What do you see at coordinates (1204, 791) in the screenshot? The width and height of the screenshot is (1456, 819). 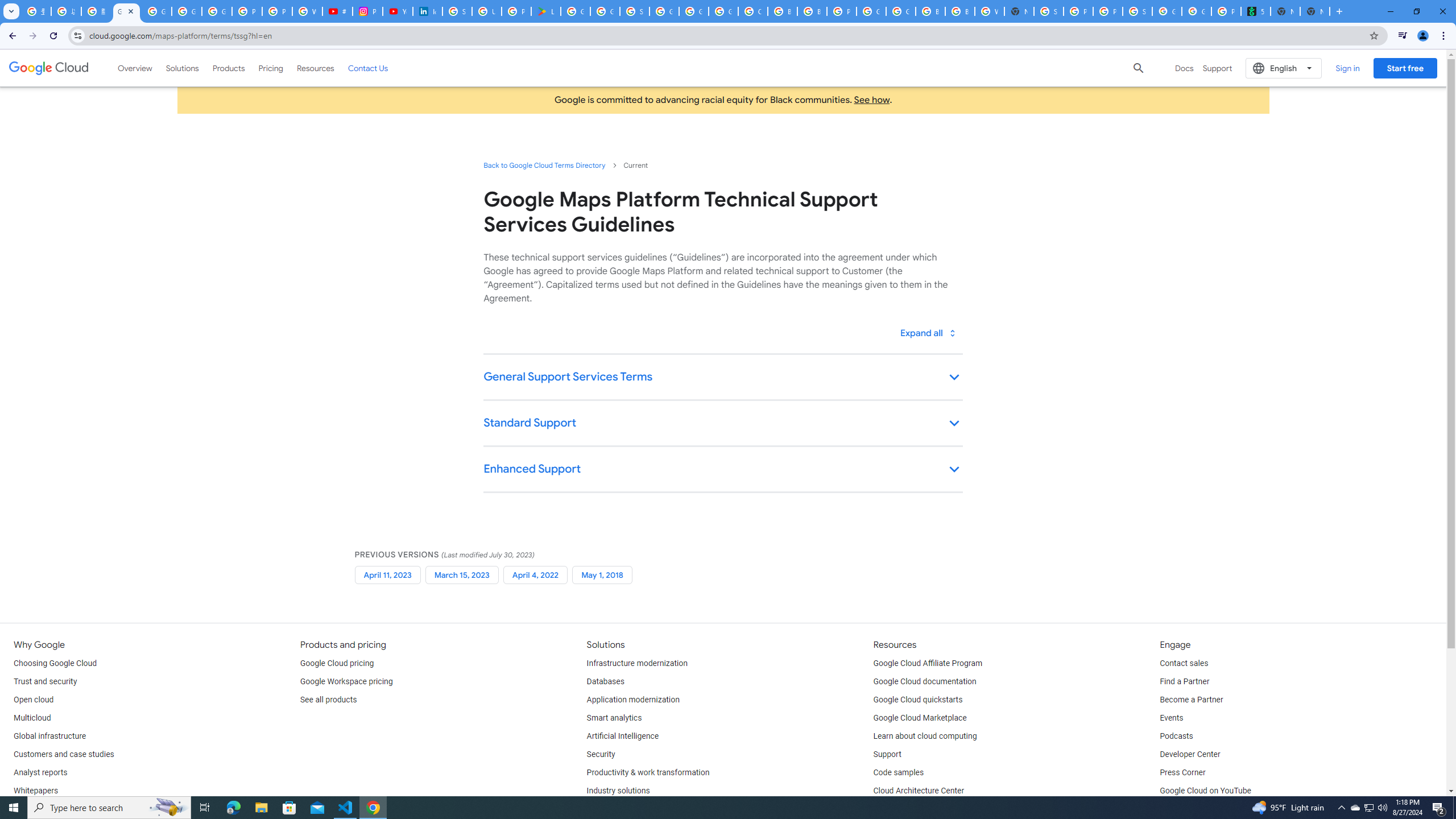 I see `'Google Cloud on YouTube'` at bounding box center [1204, 791].